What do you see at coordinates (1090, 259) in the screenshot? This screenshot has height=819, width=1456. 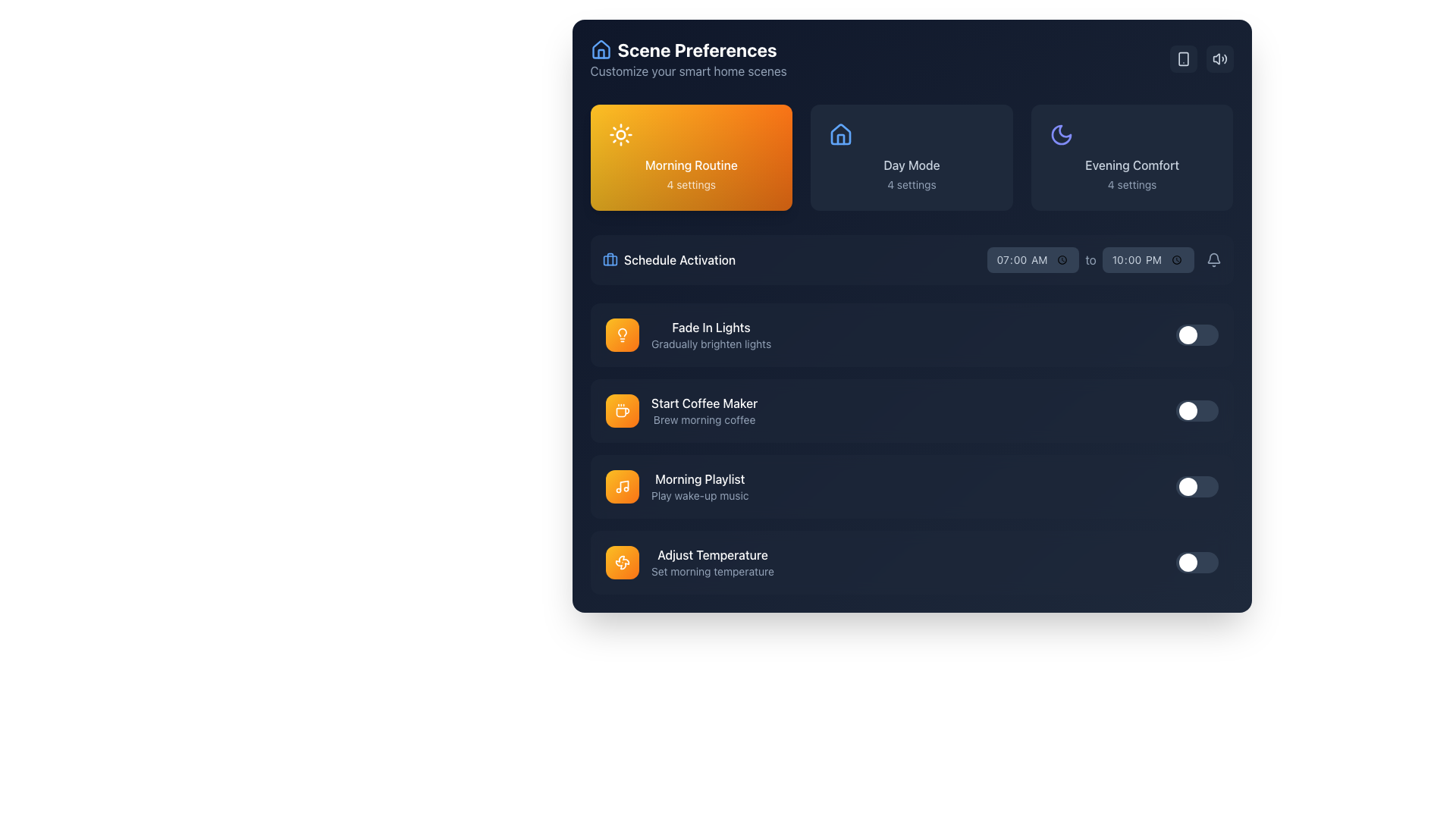 I see `the static text element displaying the word 'to', styled in light gray color, located between the '07:00 AM' and '10:00 PM' buttons` at bounding box center [1090, 259].